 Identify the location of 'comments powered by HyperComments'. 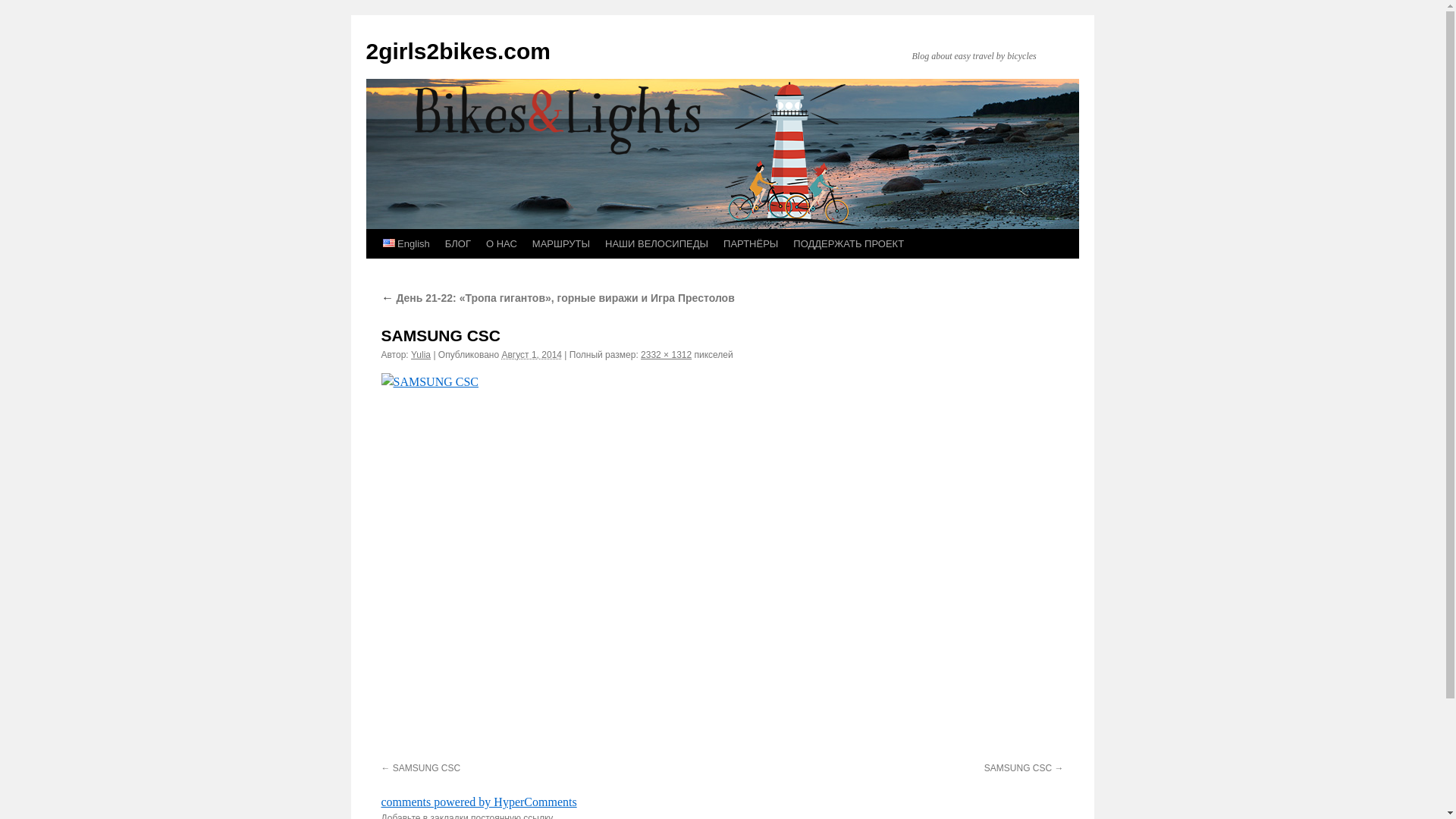
(381, 801).